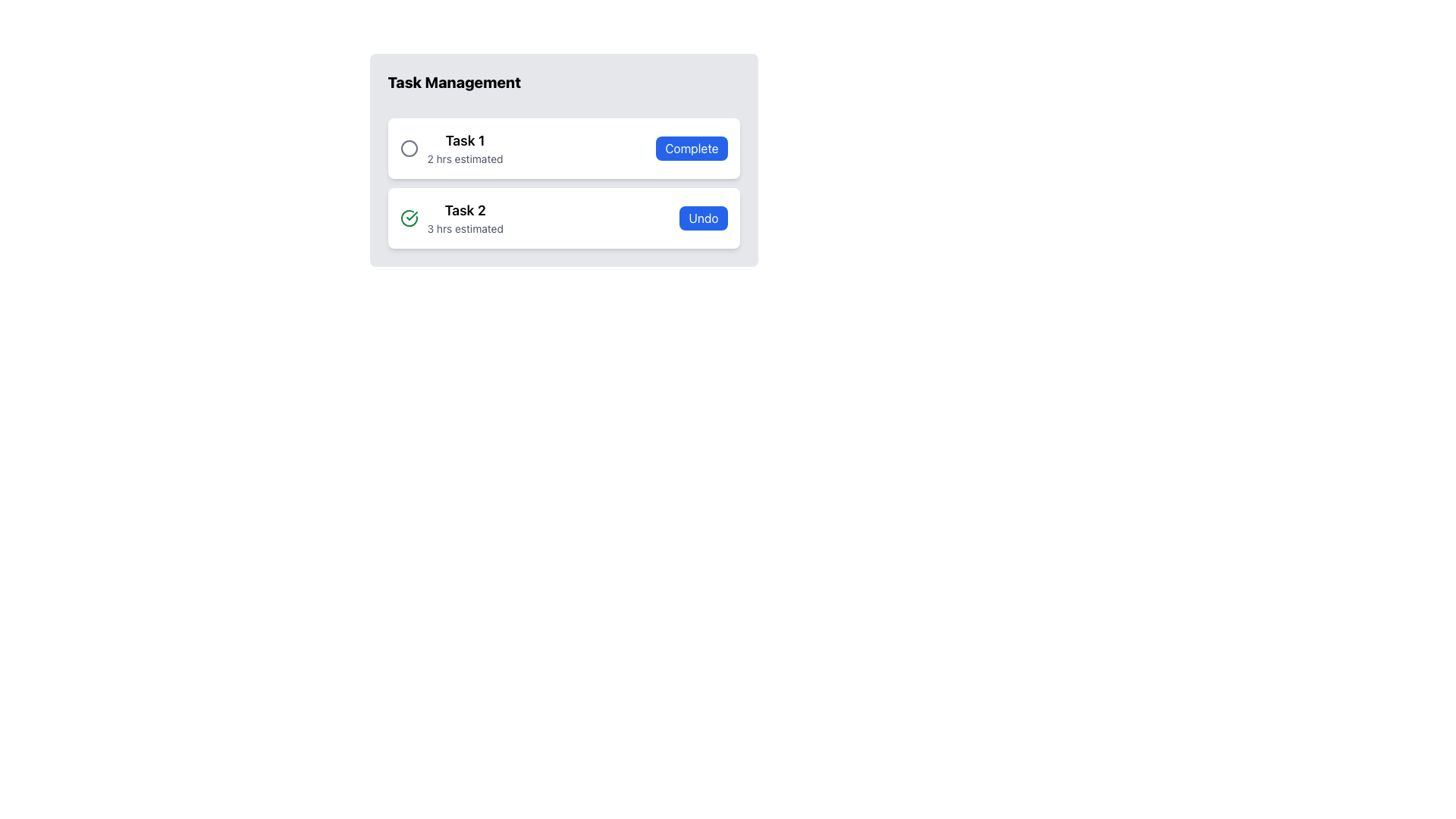  Describe the element at coordinates (409, 218) in the screenshot. I see `the completion status icon located to the left of the bold text 'Task 2' in the second row of the task list` at that location.